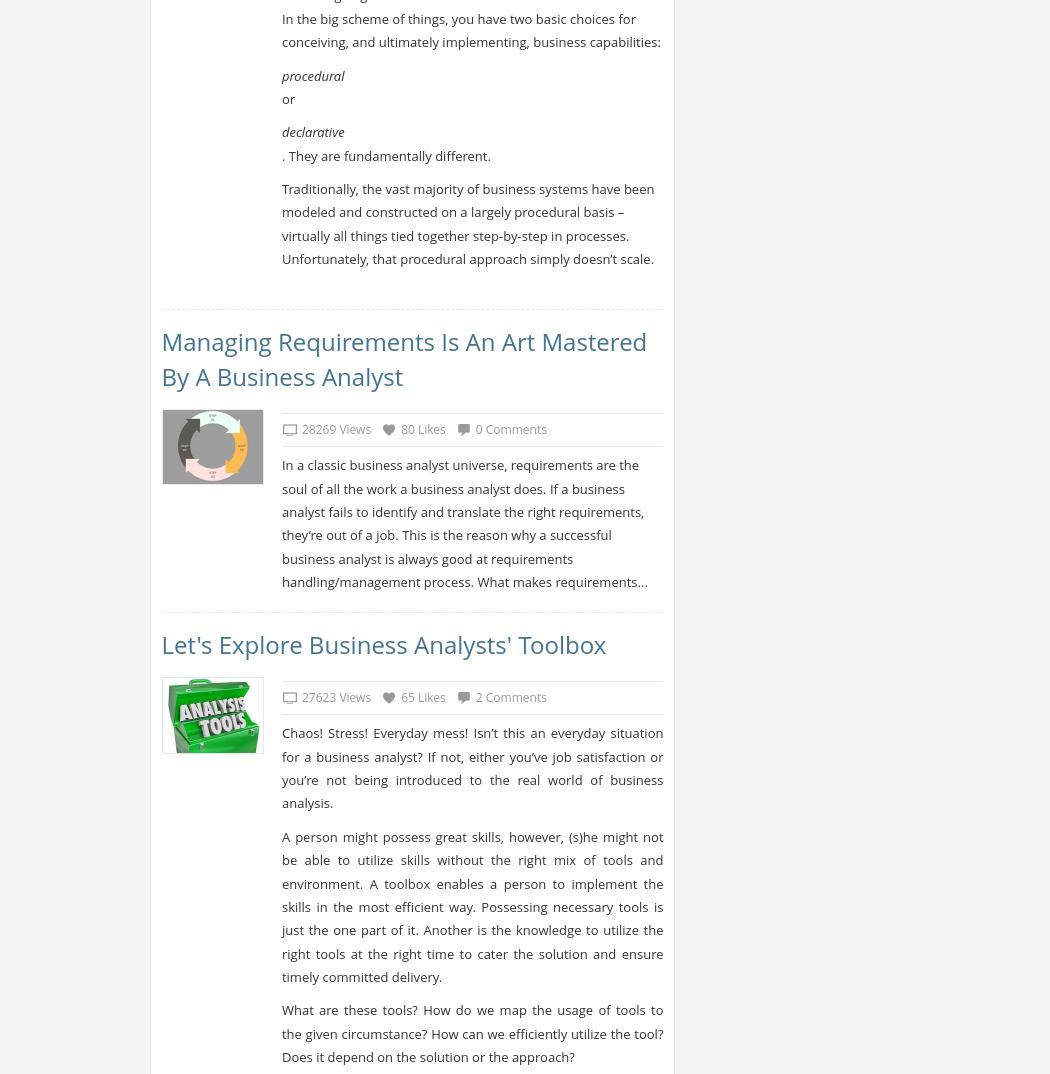 The height and width of the screenshot is (1074, 1050). Describe the element at coordinates (470, 28) in the screenshot. I see `'In the big scheme of things, you have two basic choices for conceiving, and ultimately implementing, business capabilities:'` at that location.